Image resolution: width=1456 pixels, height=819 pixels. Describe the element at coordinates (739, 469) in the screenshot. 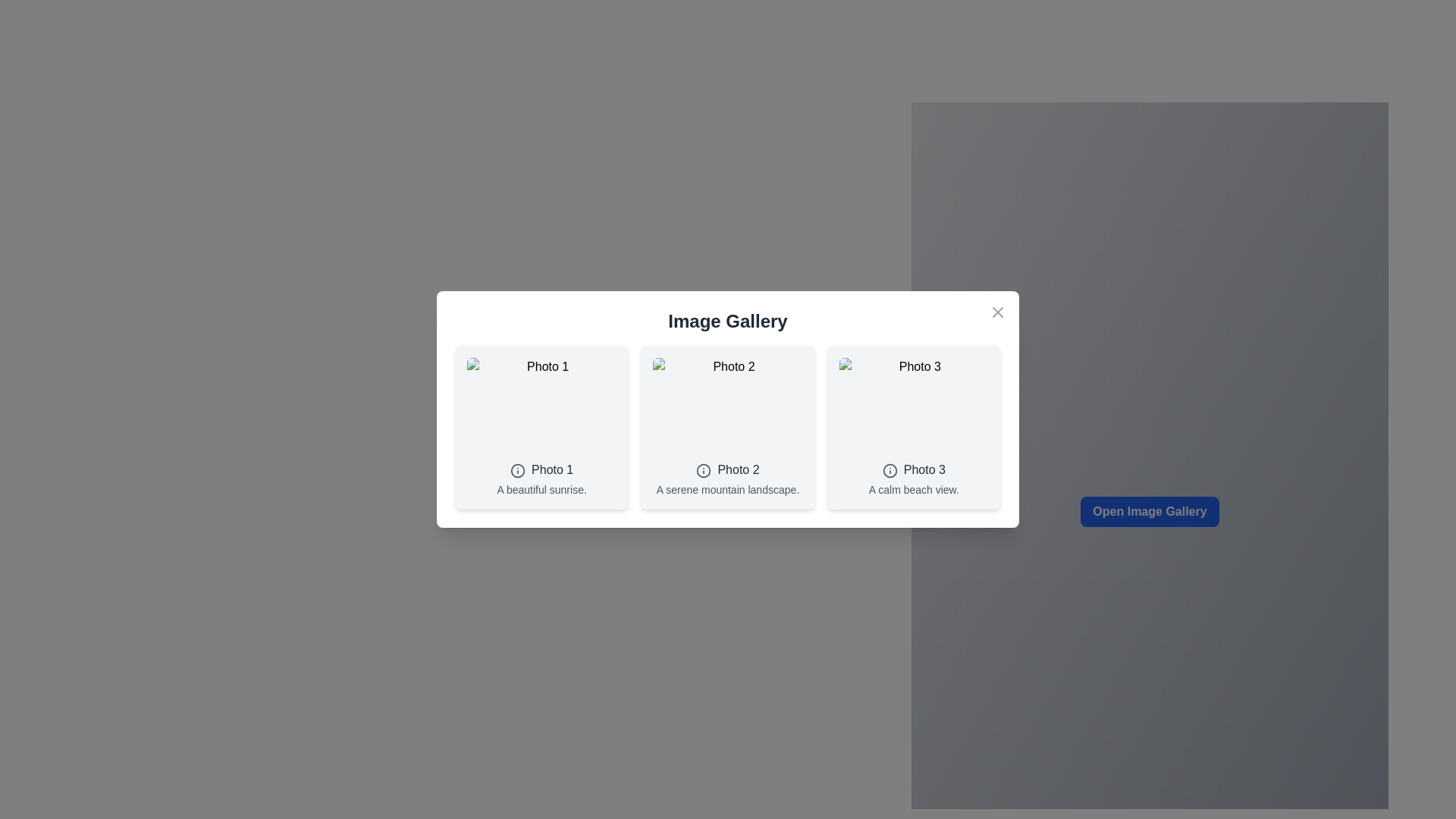

I see `text label identifying 'Photo 2', which is positioned below the image and to the right of an icon` at that location.